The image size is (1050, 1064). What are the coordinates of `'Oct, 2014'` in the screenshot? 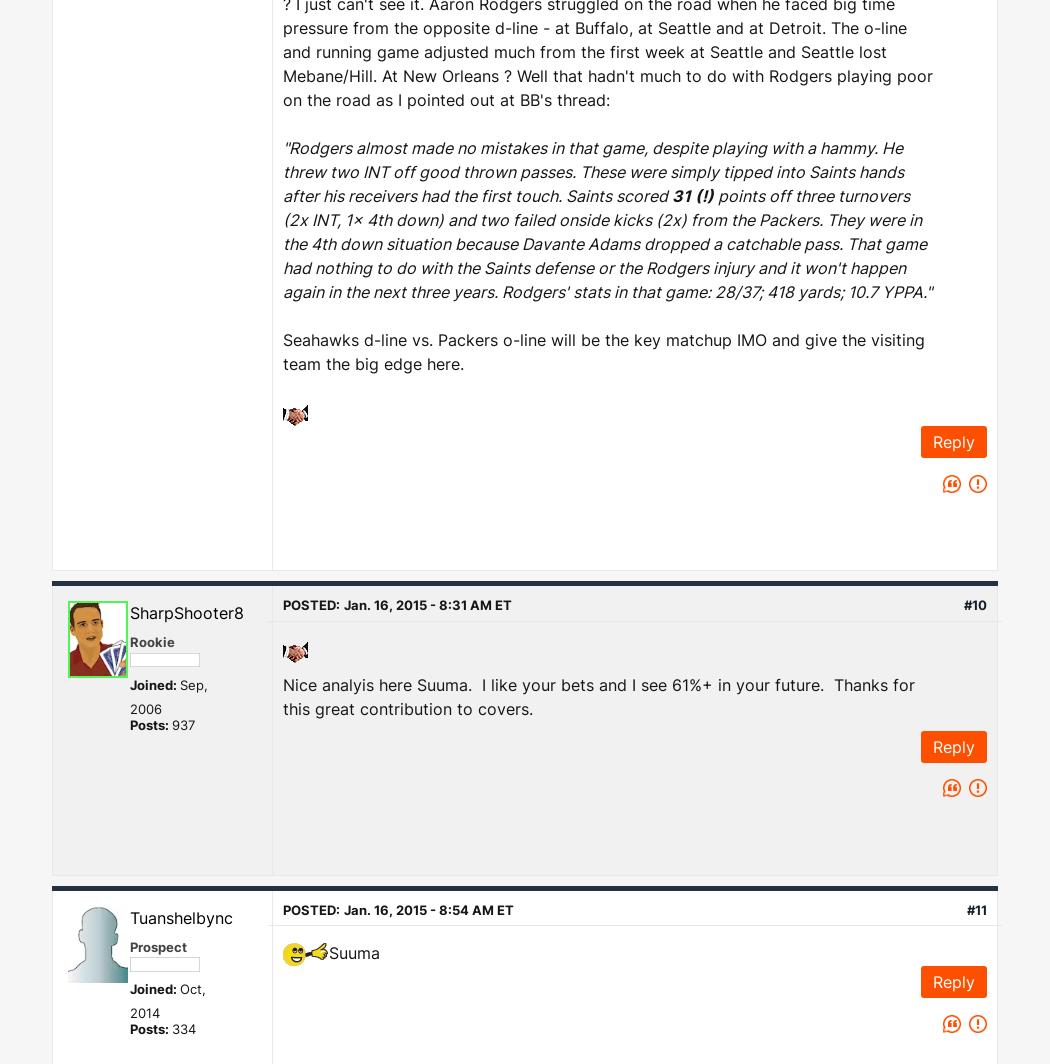 It's located at (168, 1001).